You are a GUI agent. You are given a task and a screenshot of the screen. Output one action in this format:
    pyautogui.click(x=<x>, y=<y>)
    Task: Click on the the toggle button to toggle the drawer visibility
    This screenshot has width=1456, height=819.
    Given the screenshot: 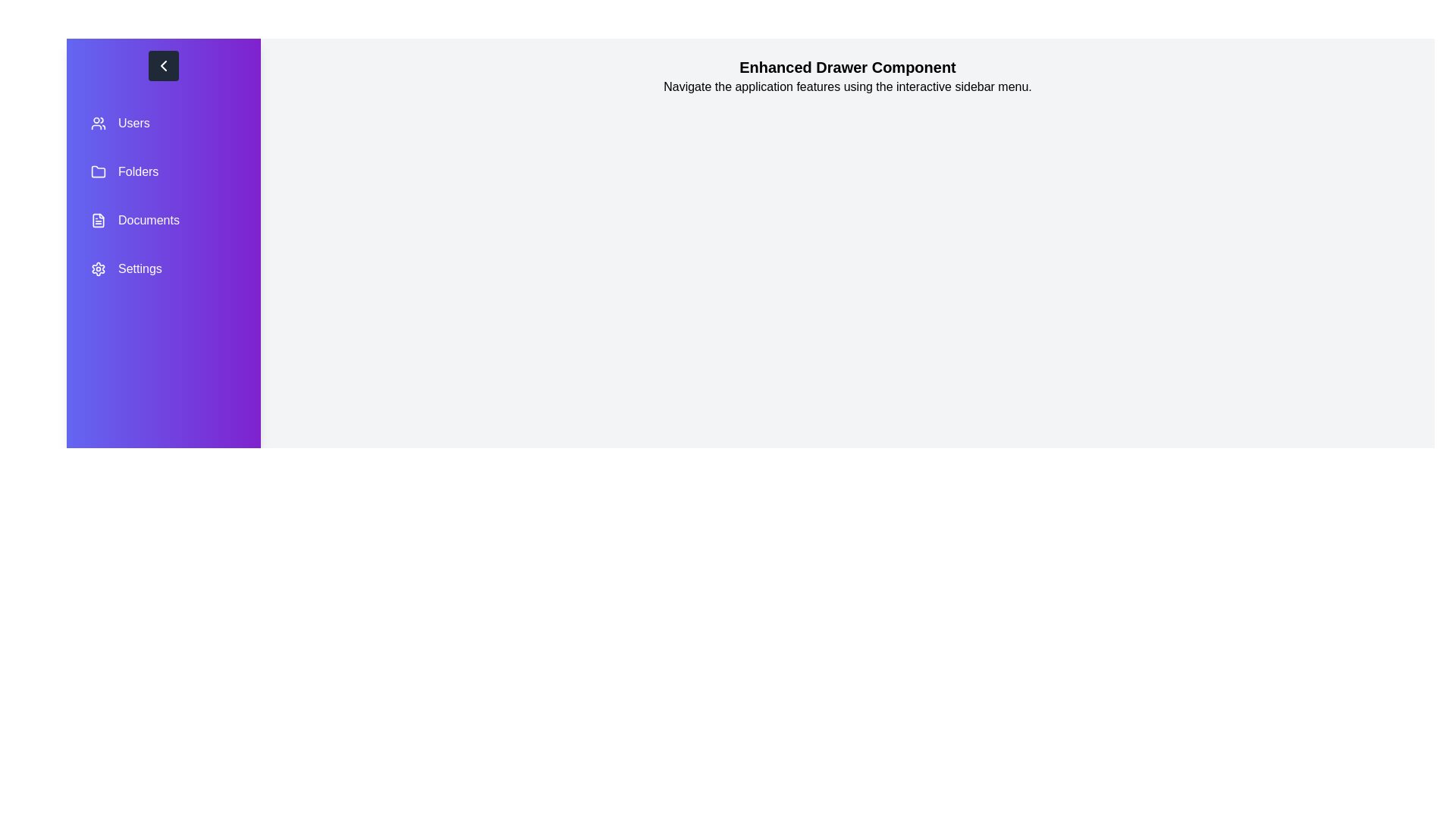 What is the action you would take?
    pyautogui.click(x=164, y=65)
    